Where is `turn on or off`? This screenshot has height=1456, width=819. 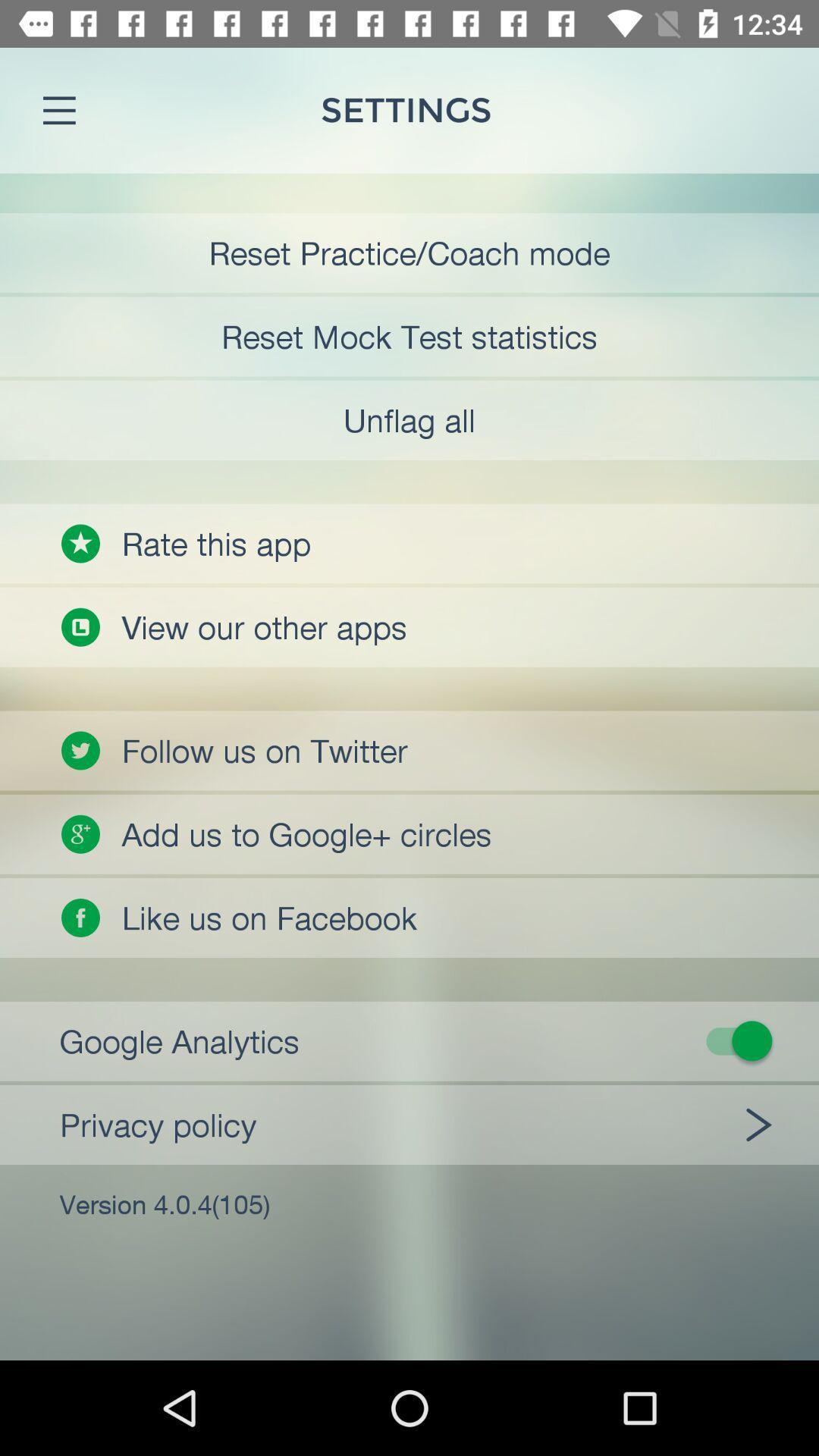
turn on or off is located at coordinates (419, 1040).